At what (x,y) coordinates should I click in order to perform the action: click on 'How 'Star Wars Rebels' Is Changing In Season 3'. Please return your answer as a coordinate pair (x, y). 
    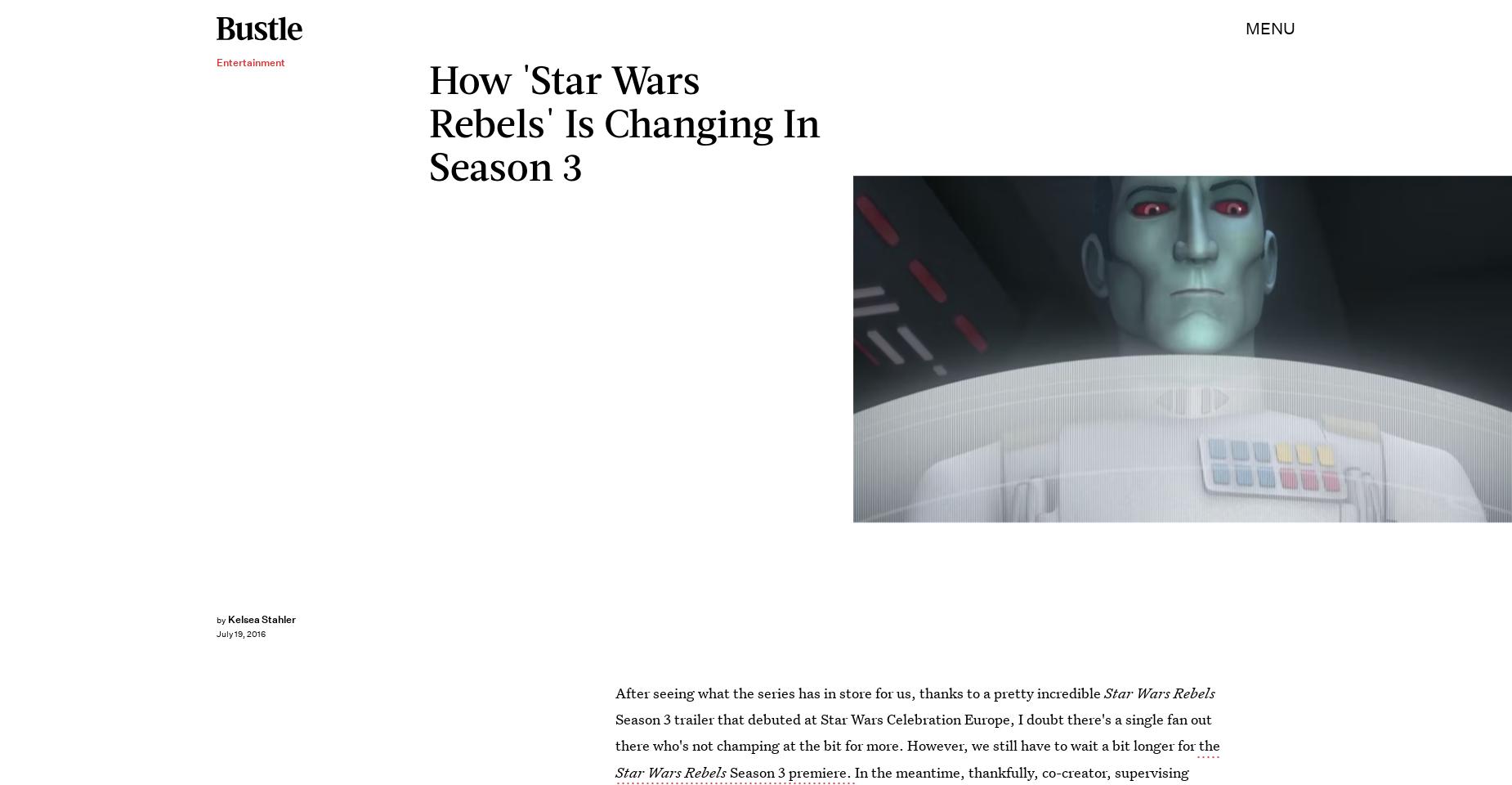
    Looking at the image, I should click on (427, 120).